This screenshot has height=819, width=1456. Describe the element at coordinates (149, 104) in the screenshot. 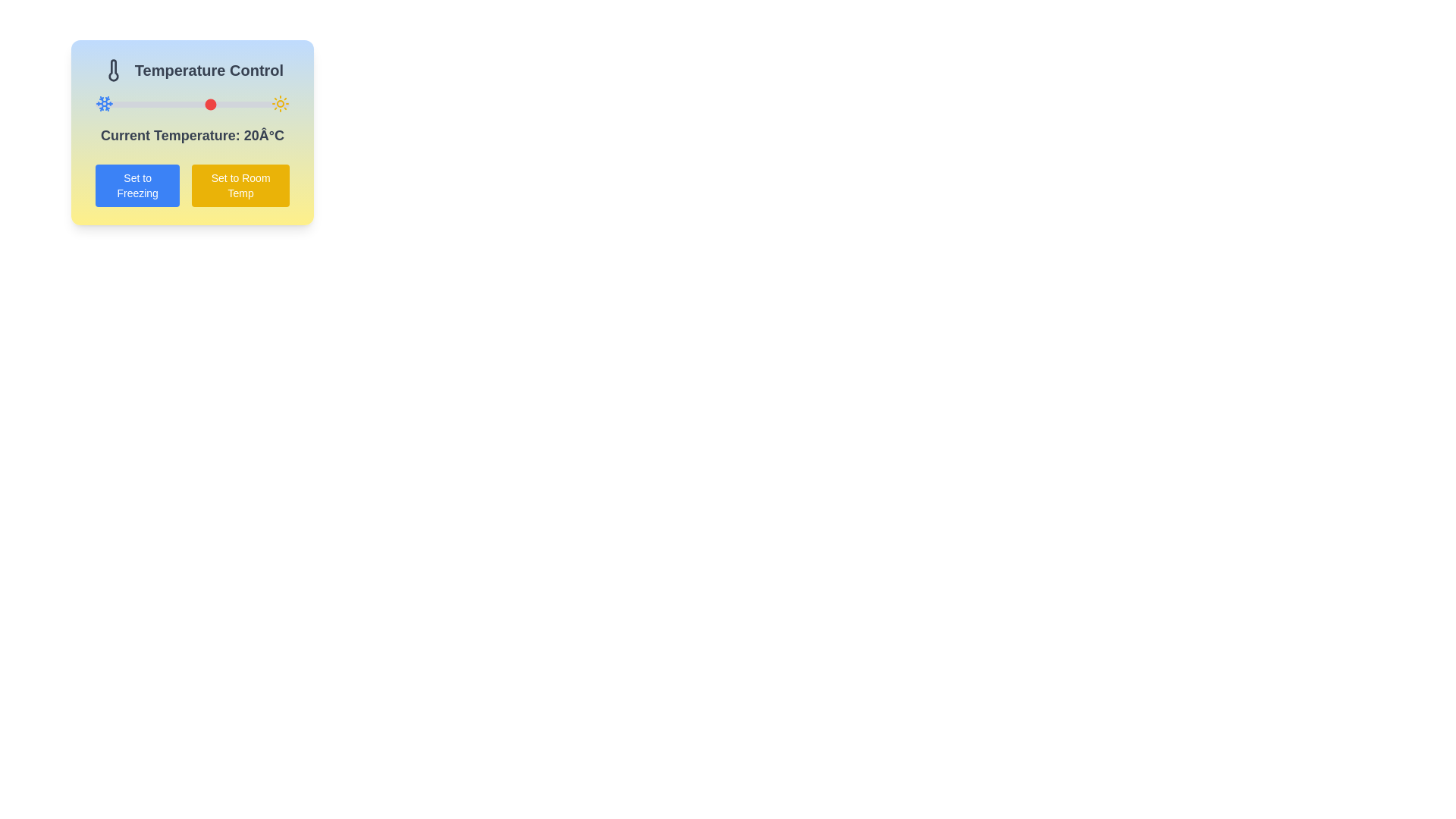

I see `the temperature` at that location.